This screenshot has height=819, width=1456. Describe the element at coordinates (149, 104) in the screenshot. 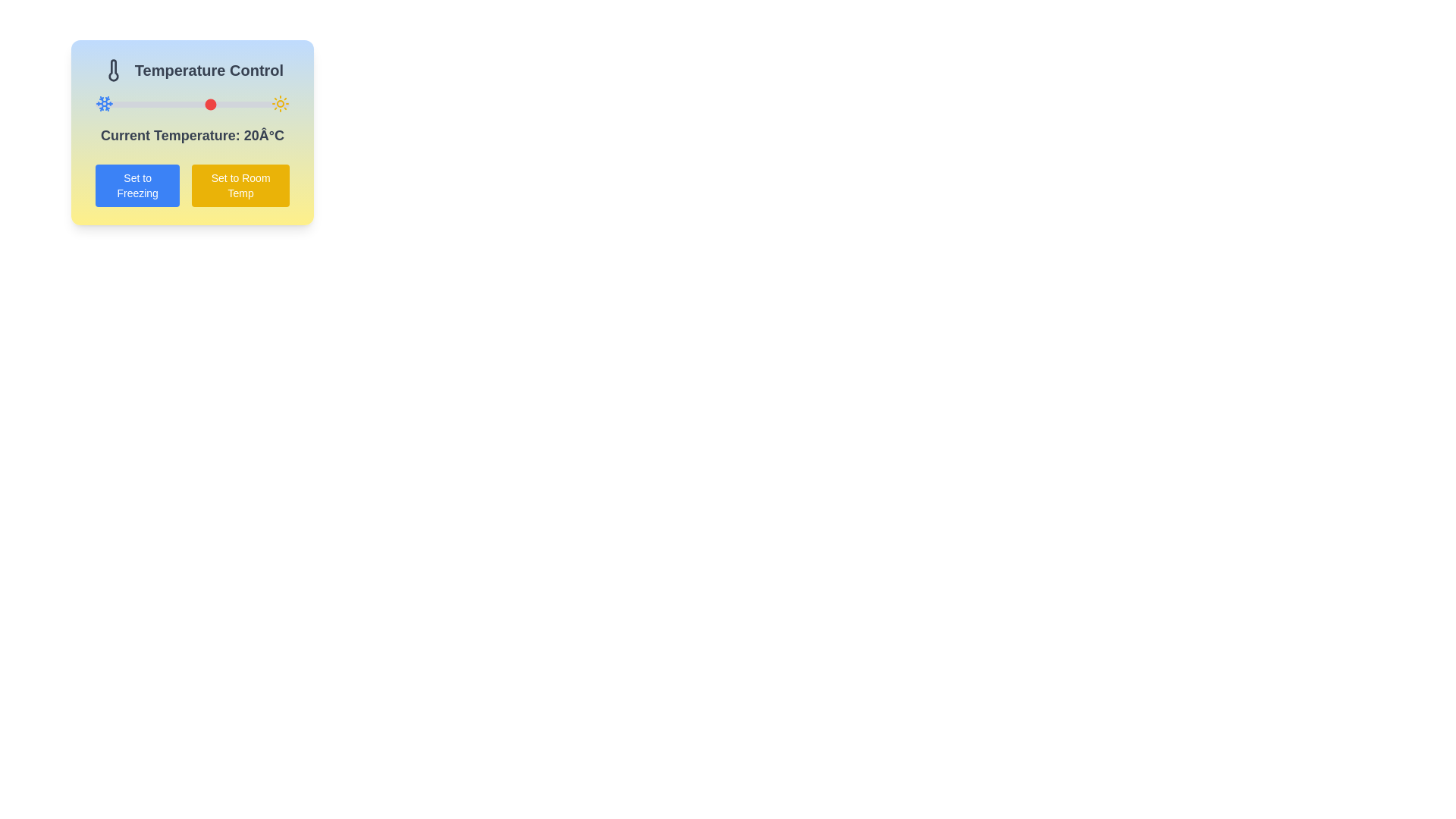

I see `the temperature` at that location.